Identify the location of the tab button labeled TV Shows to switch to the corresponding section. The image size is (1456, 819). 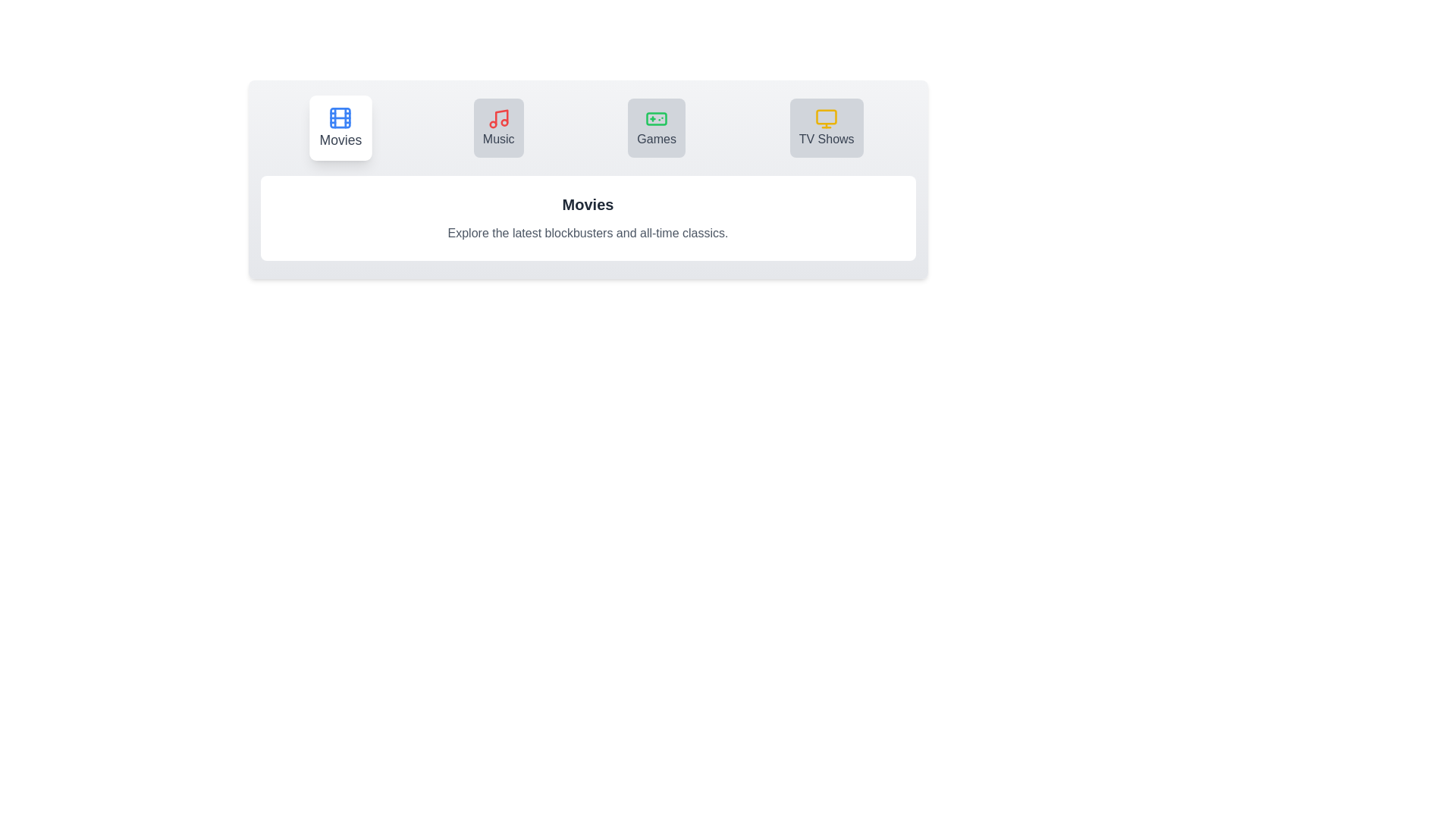
(826, 127).